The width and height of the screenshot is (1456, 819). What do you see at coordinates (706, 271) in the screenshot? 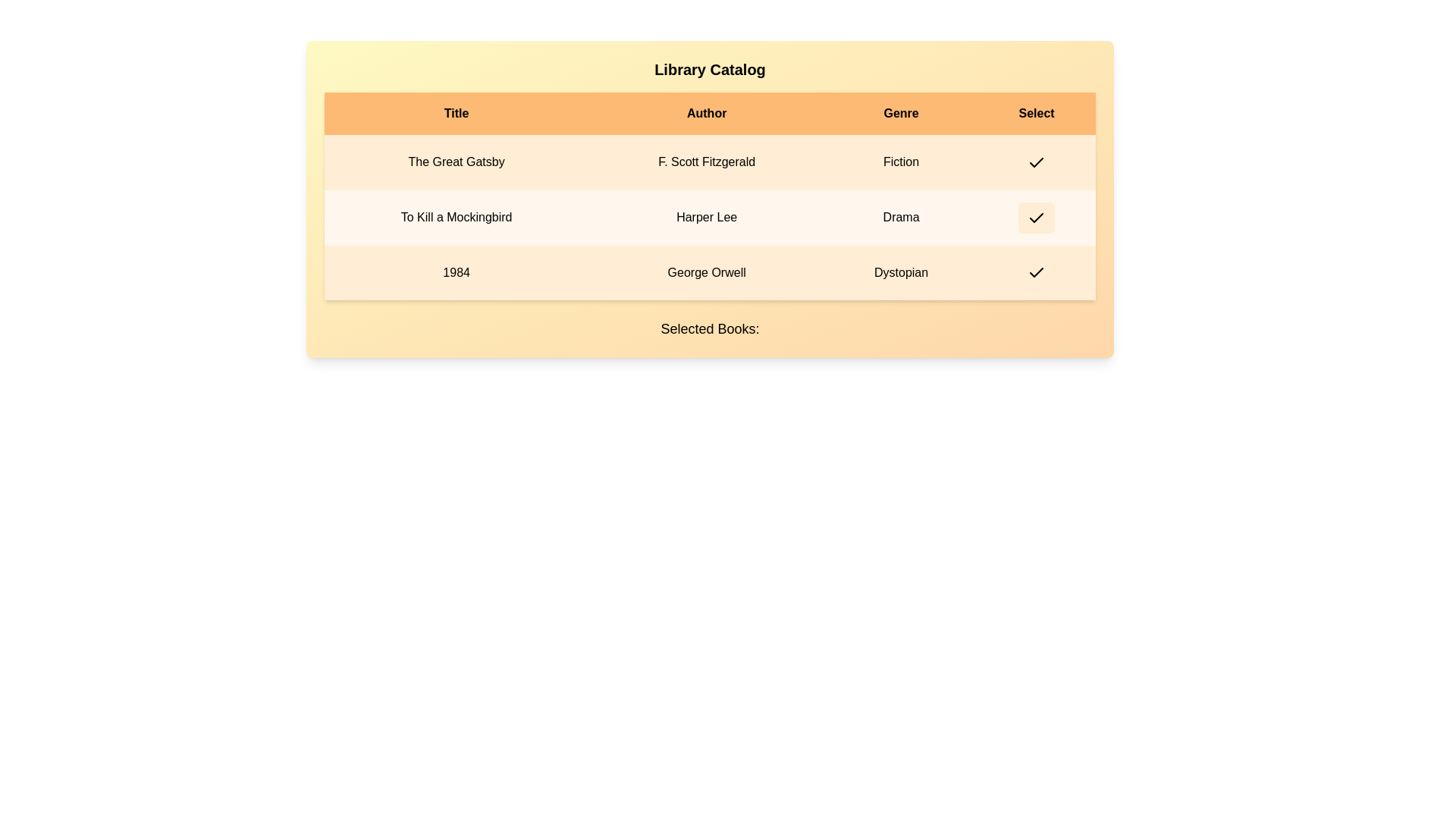
I see `the text label displaying 'George Orwell' in the Author column of the table, located in the second column of the third row` at bounding box center [706, 271].